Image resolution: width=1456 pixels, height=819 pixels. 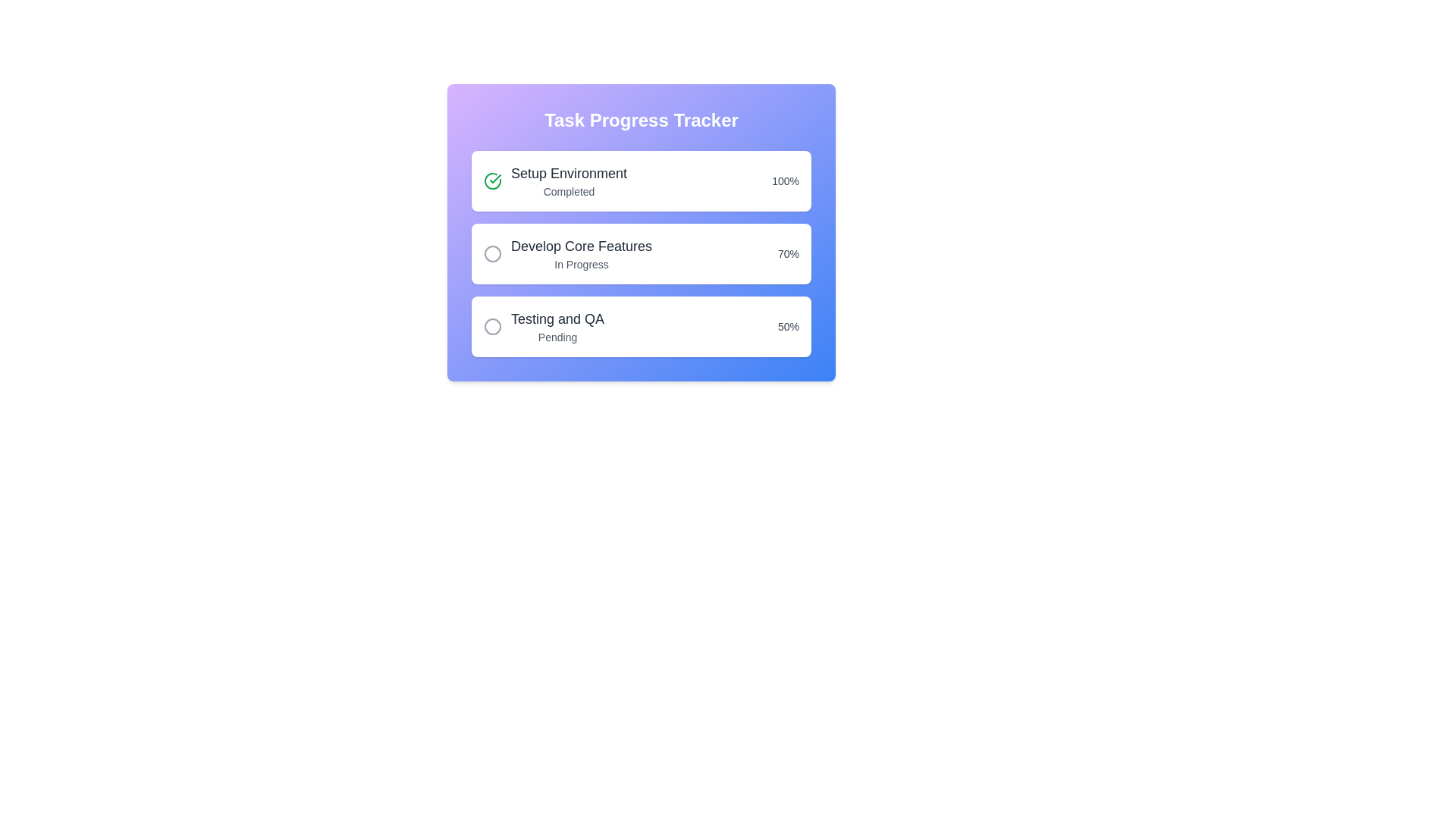 I want to click on the text label displaying 'Testing and QA', which is the main title of the third item in the Task Progress Tracker list, so click(x=557, y=318).